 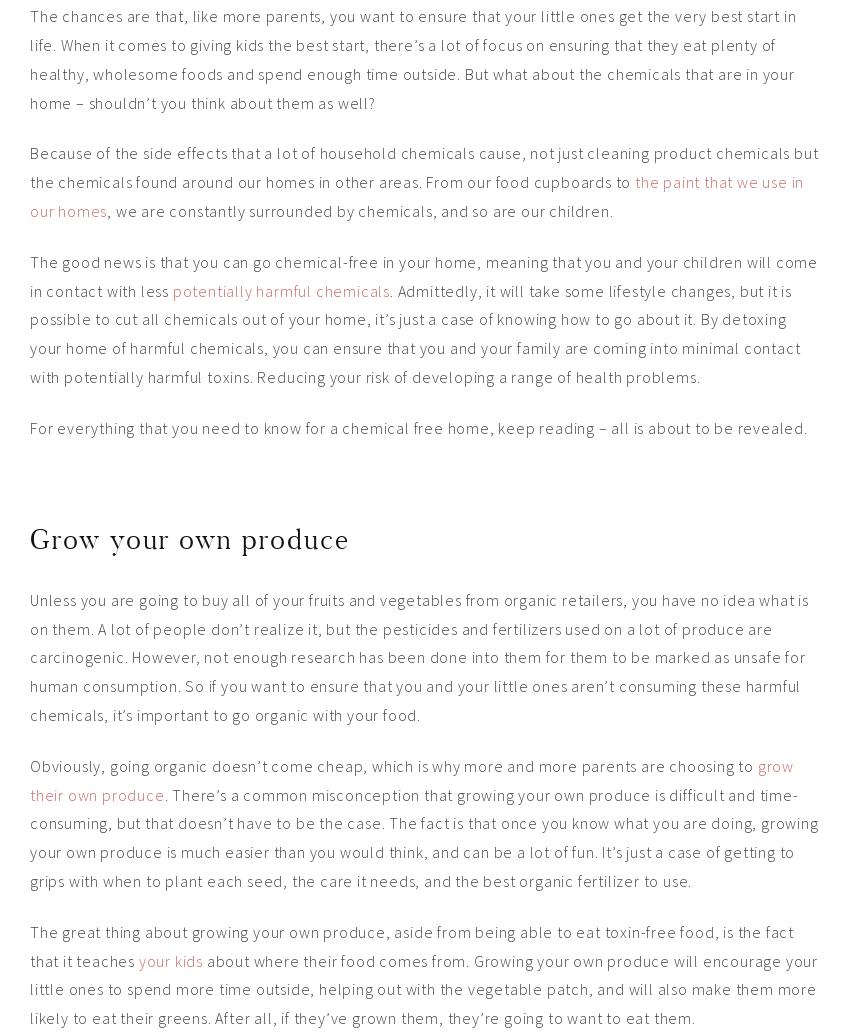 What do you see at coordinates (419, 655) in the screenshot?
I see `'Unless you are going to buy all of your fruits and vegetables from organic retailers, you have no idea what is on them. A lot of people don’t realize it, but the pesticides and fertilizers used on a lot of produce are carcinogenic. However, not enough research has been done into them for them to be marked as unsafe for human consumption. So if you want to ensure that you and your little ones aren’t consuming these harmful chemicals, it’s important to go organic with your food.'` at bounding box center [419, 655].